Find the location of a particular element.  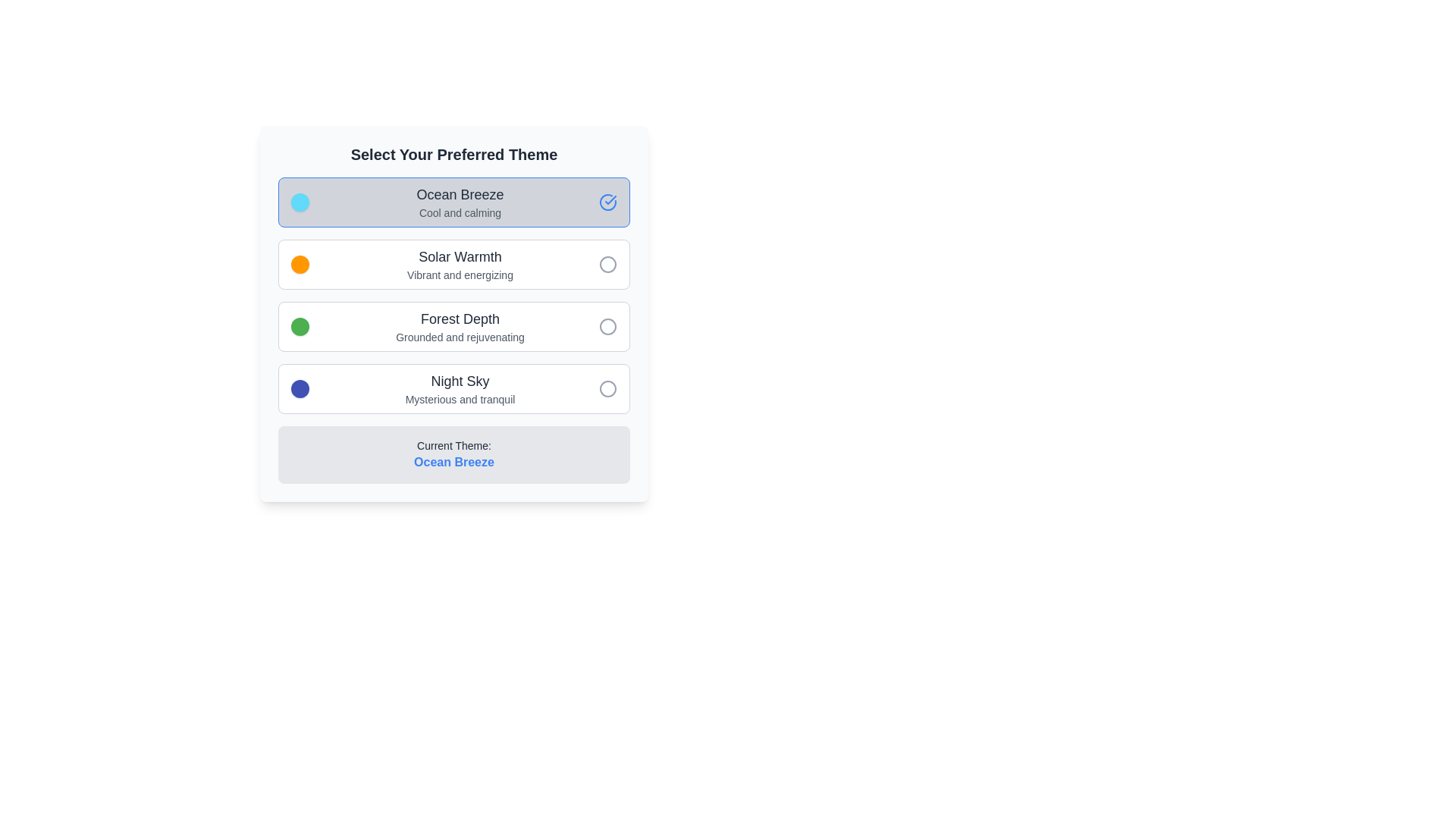

the informational box displaying the current theme, which contains the text 'Current Theme:' and 'Ocean Breeze' in a bold font is located at coordinates (453, 454).